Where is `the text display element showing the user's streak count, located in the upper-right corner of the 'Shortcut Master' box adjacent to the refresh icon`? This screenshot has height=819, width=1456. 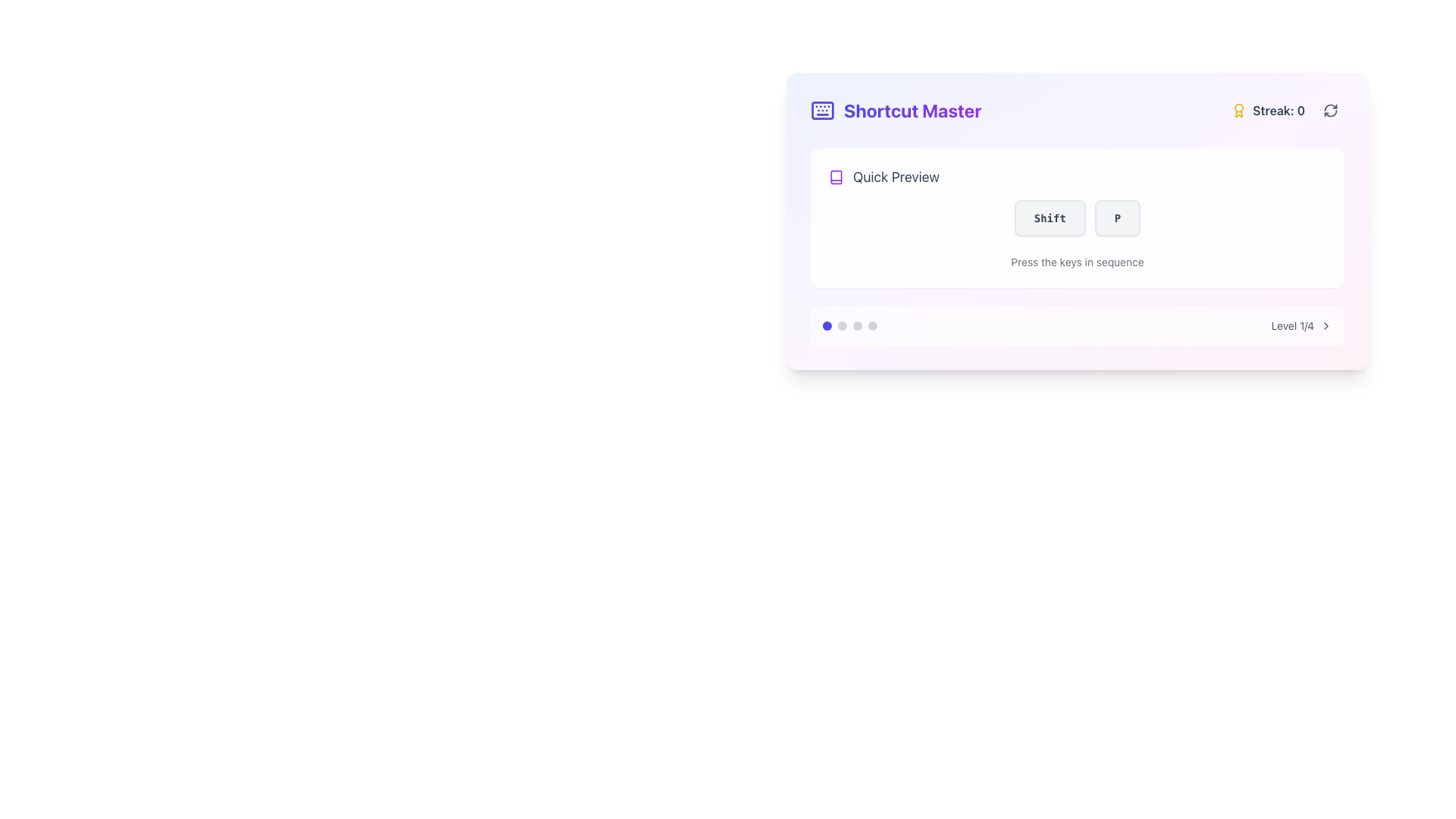 the text display element showing the user's streak count, located in the upper-right corner of the 'Shortcut Master' box adjacent to the refresh icon is located at coordinates (1287, 110).